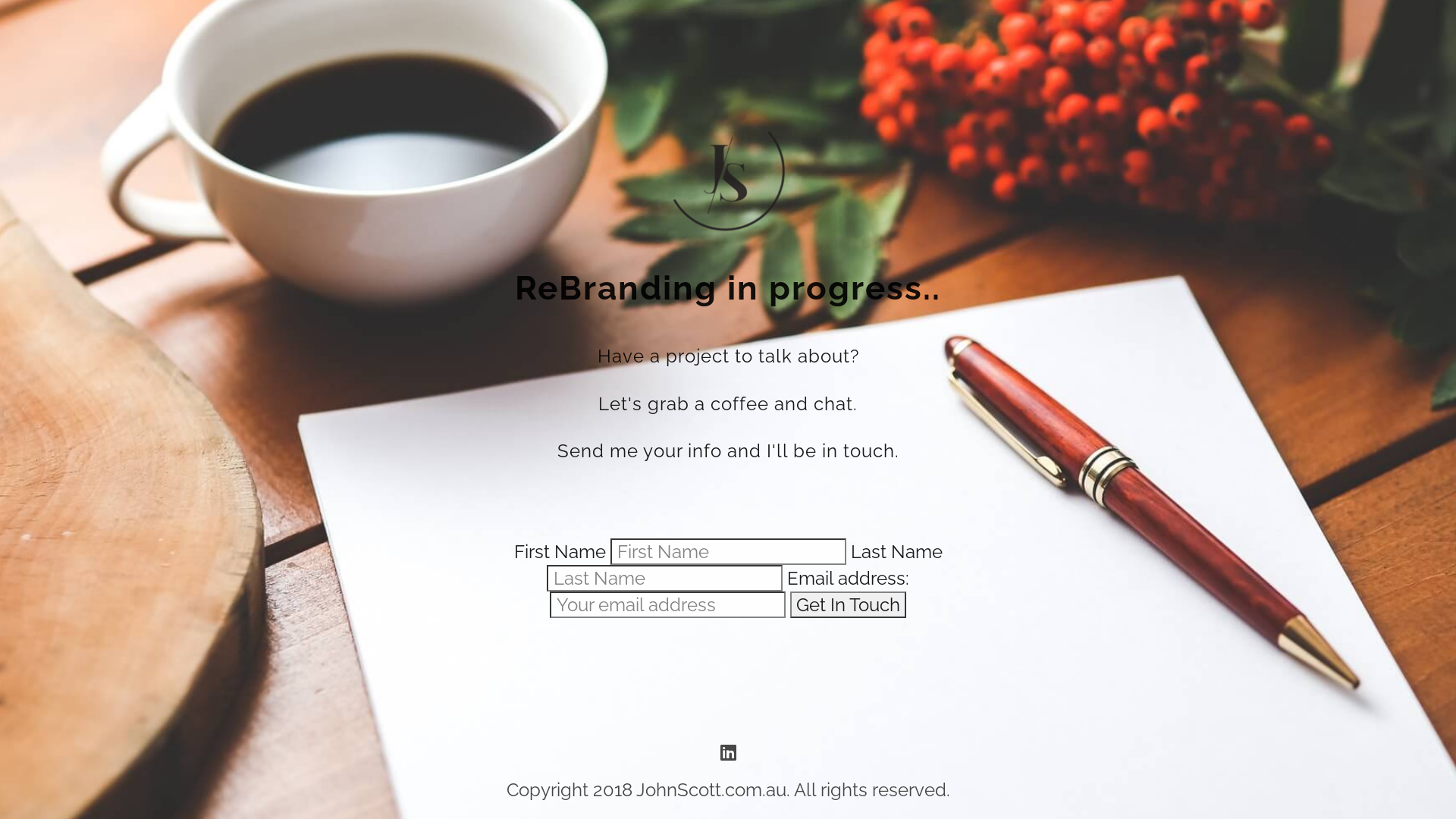 Image resolution: width=1456 pixels, height=819 pixels. Describe the element at coordinates (847, 604) in the screenshot. I see `'Get In Touch'` at that location.